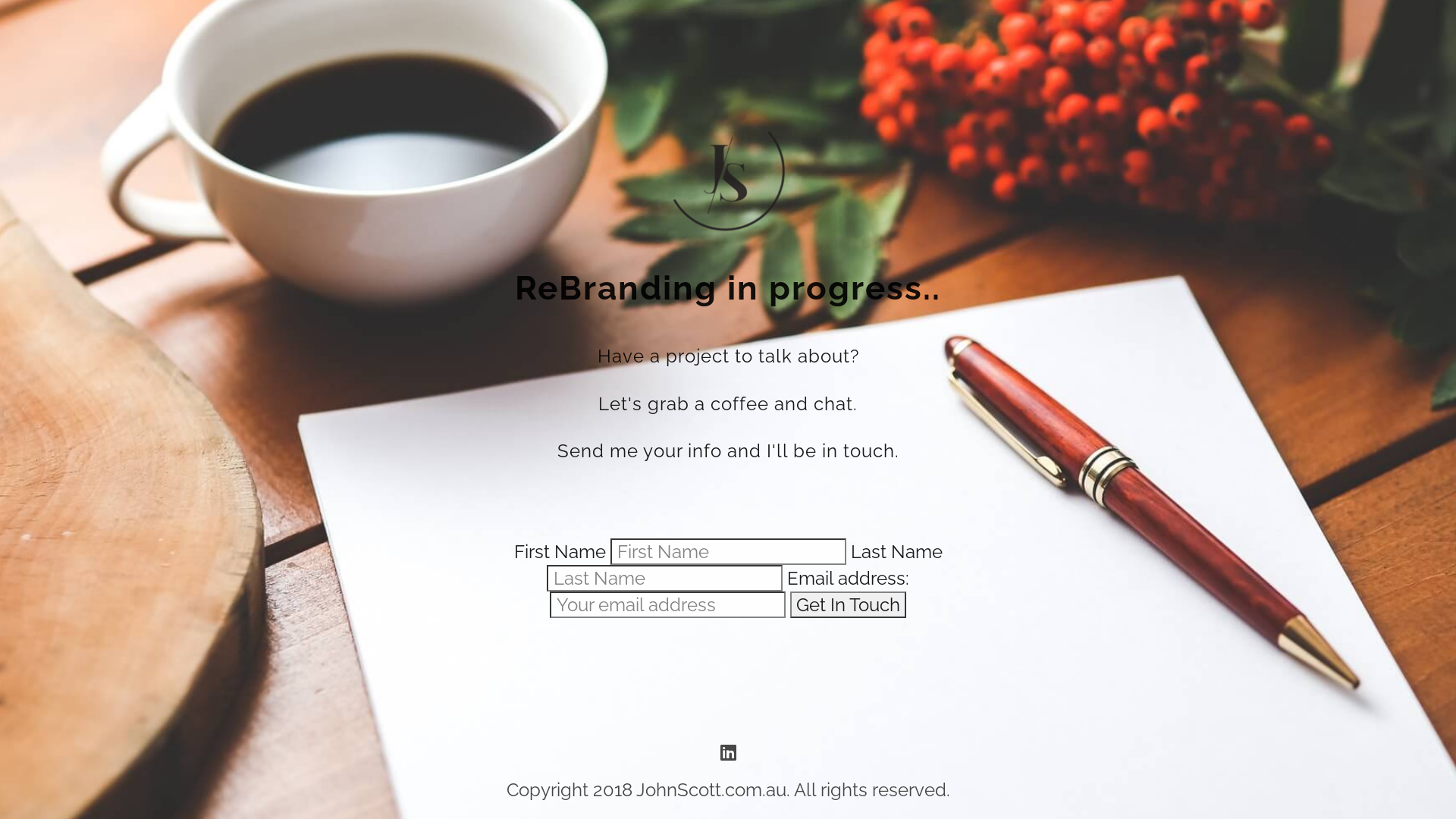 Image resolution: width=1456 pixels, height=819 pixels. Describe the element at coordinates (847, 604) in the screenshot. I see `'Get In Touch'` at that location.